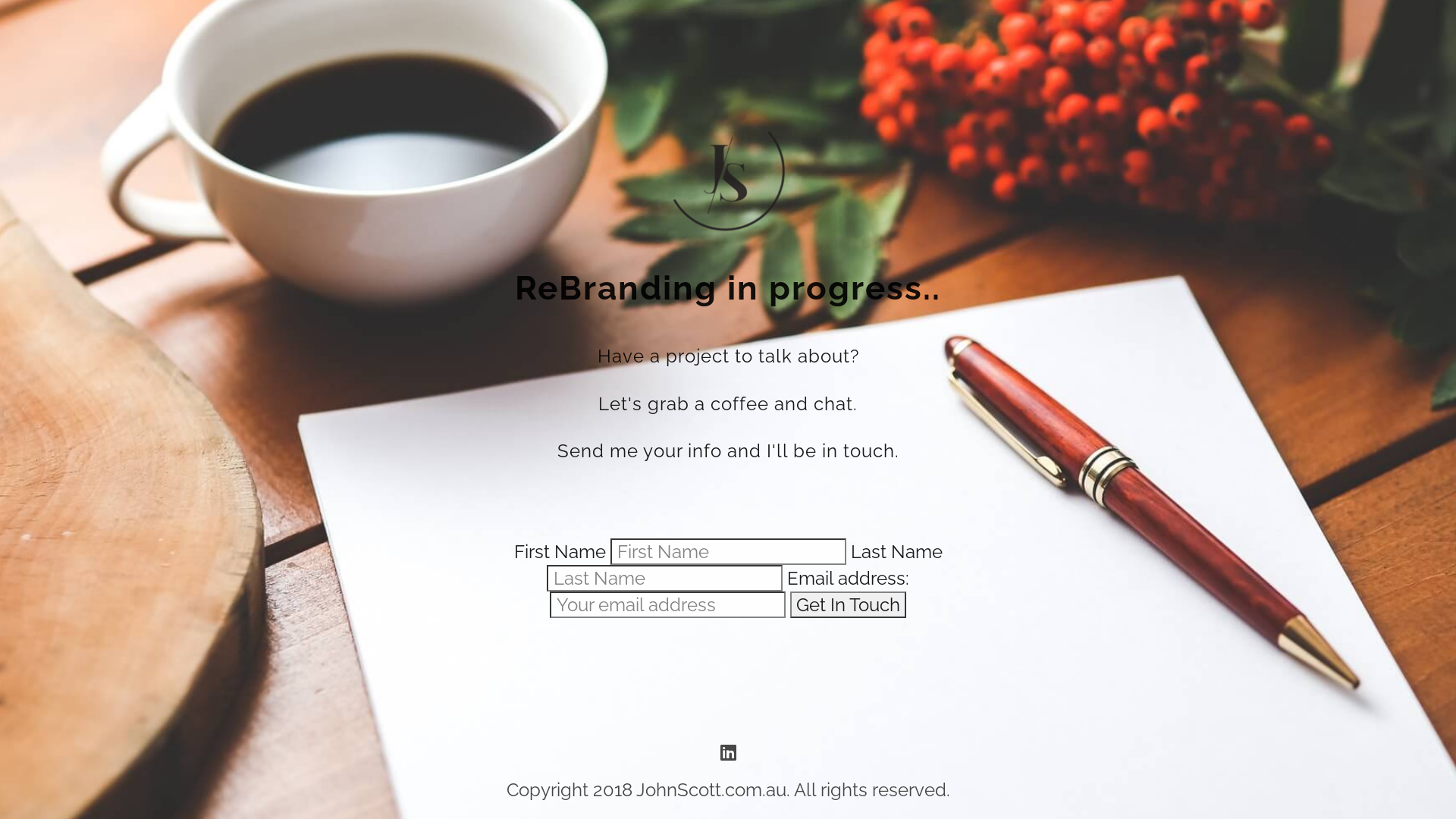 Image resolution: width=1456 pixels, height=819 pixels. Describe the element at coordinates (847, 604) in the screenshot. I see `'Get In Touch'` at that location.